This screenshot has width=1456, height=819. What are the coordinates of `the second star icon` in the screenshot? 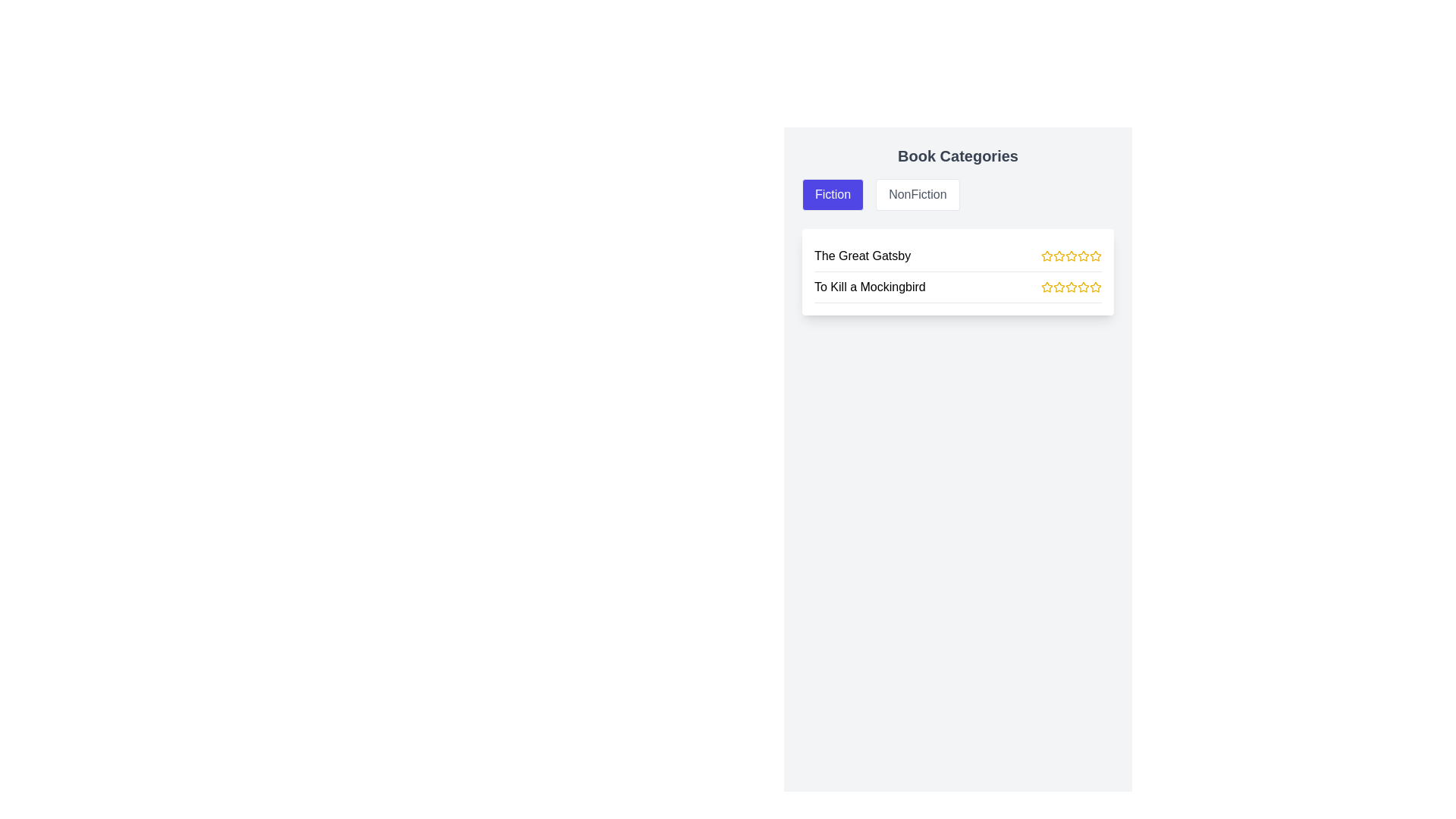 It's located at (1058, 287).